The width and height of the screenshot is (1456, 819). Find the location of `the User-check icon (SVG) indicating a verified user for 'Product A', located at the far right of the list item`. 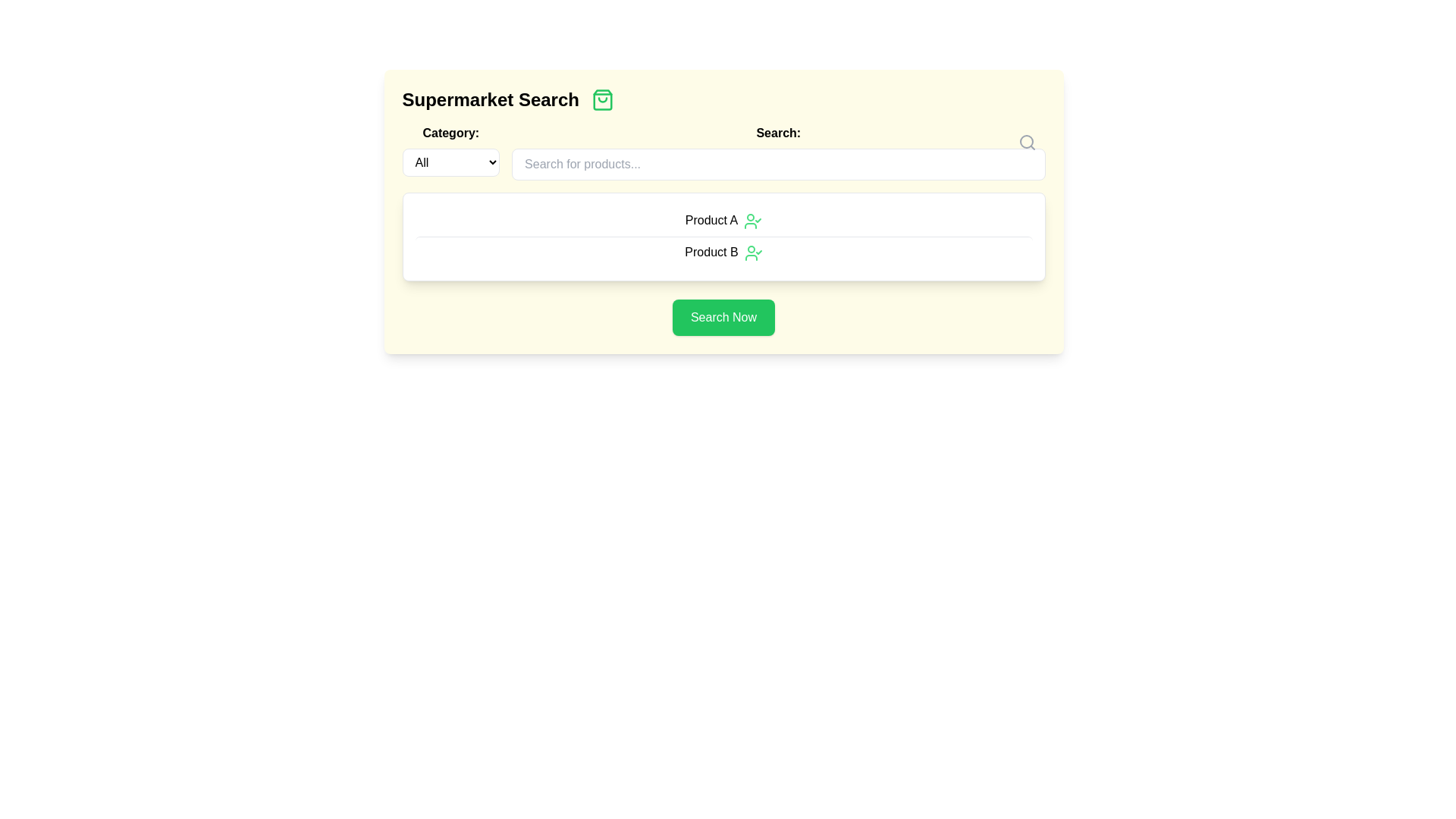

the User-check icon (SVG) indicating a verified user for 'Product A', located at the far right of the list item is located at coordinates (753, 221).